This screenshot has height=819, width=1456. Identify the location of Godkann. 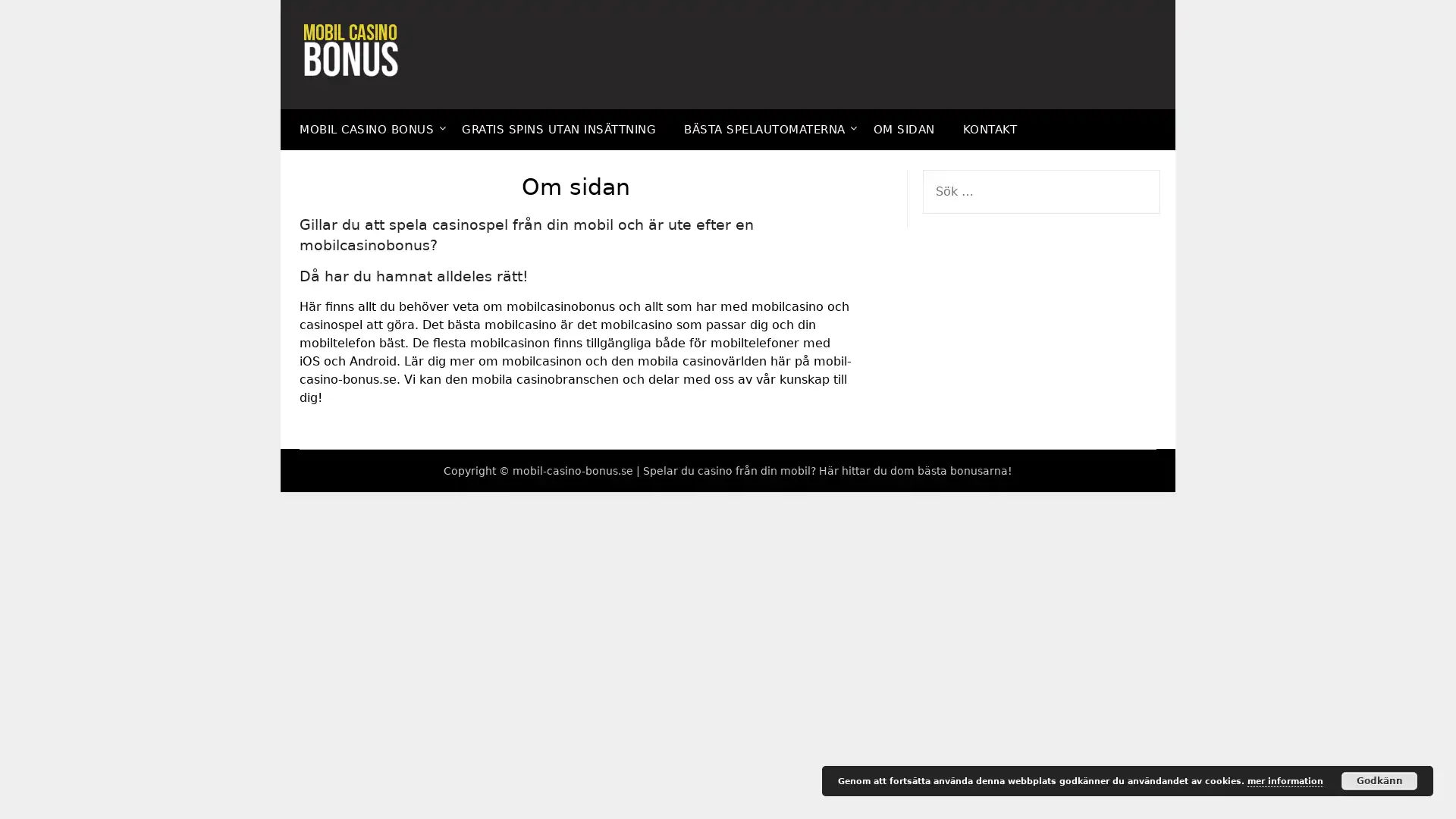
(1379, 780).